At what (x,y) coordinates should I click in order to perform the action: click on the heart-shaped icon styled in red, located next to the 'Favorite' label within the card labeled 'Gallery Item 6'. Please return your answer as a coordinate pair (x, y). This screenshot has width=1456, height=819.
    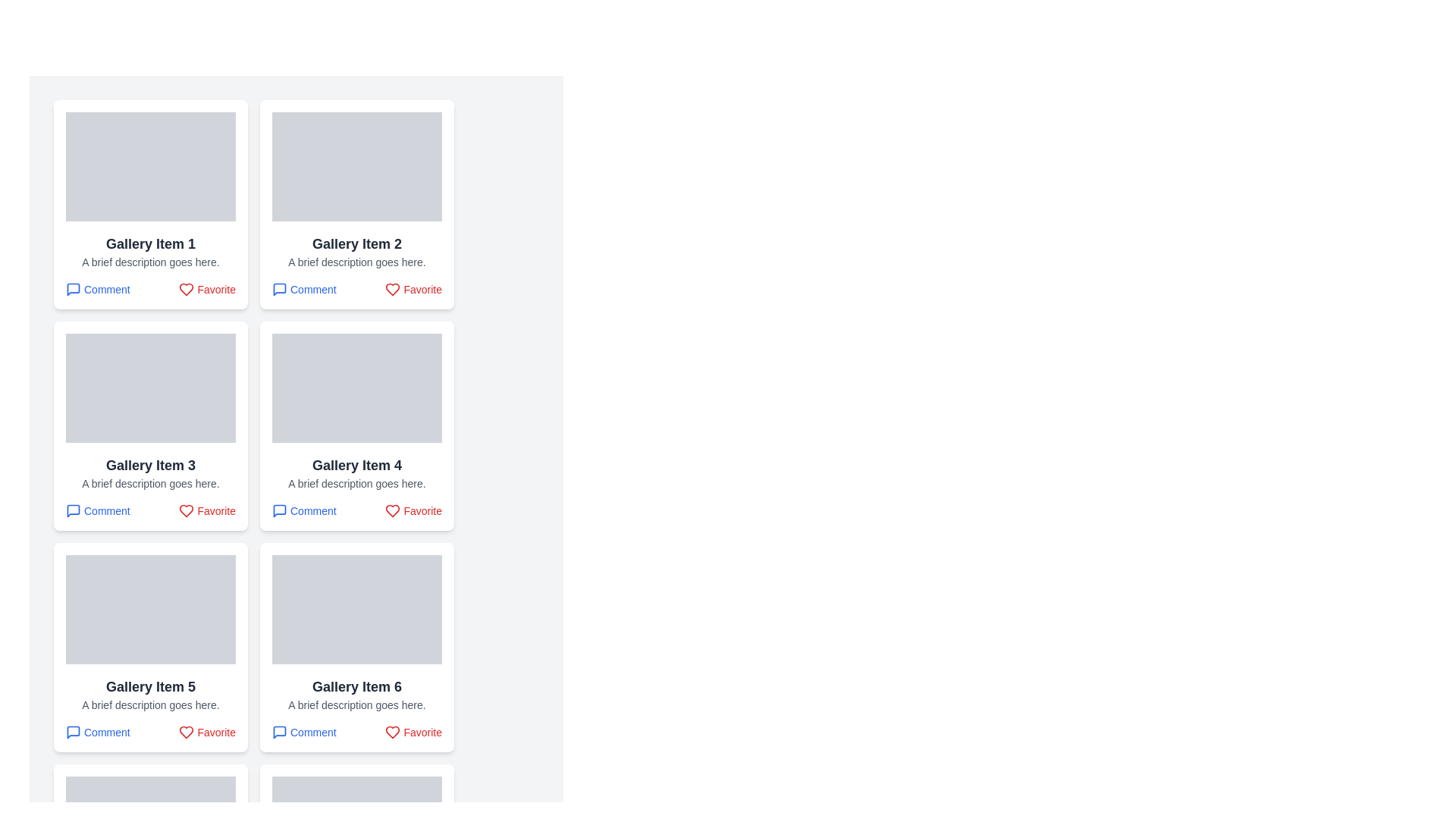
    Looking at the image, I should click on (393, 731).